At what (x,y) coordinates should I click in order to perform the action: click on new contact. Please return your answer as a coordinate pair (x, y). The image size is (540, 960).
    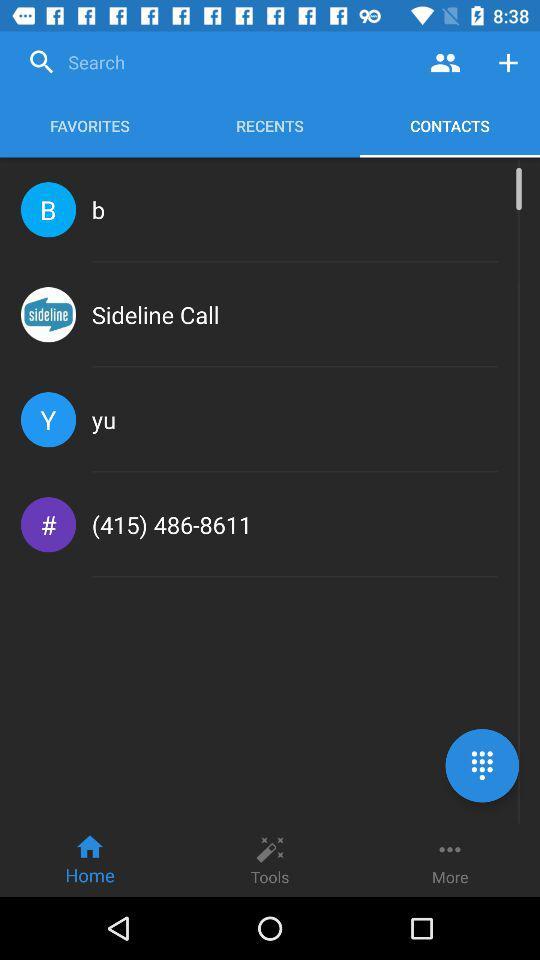
    Looking at the image, I should click on (508, 62).